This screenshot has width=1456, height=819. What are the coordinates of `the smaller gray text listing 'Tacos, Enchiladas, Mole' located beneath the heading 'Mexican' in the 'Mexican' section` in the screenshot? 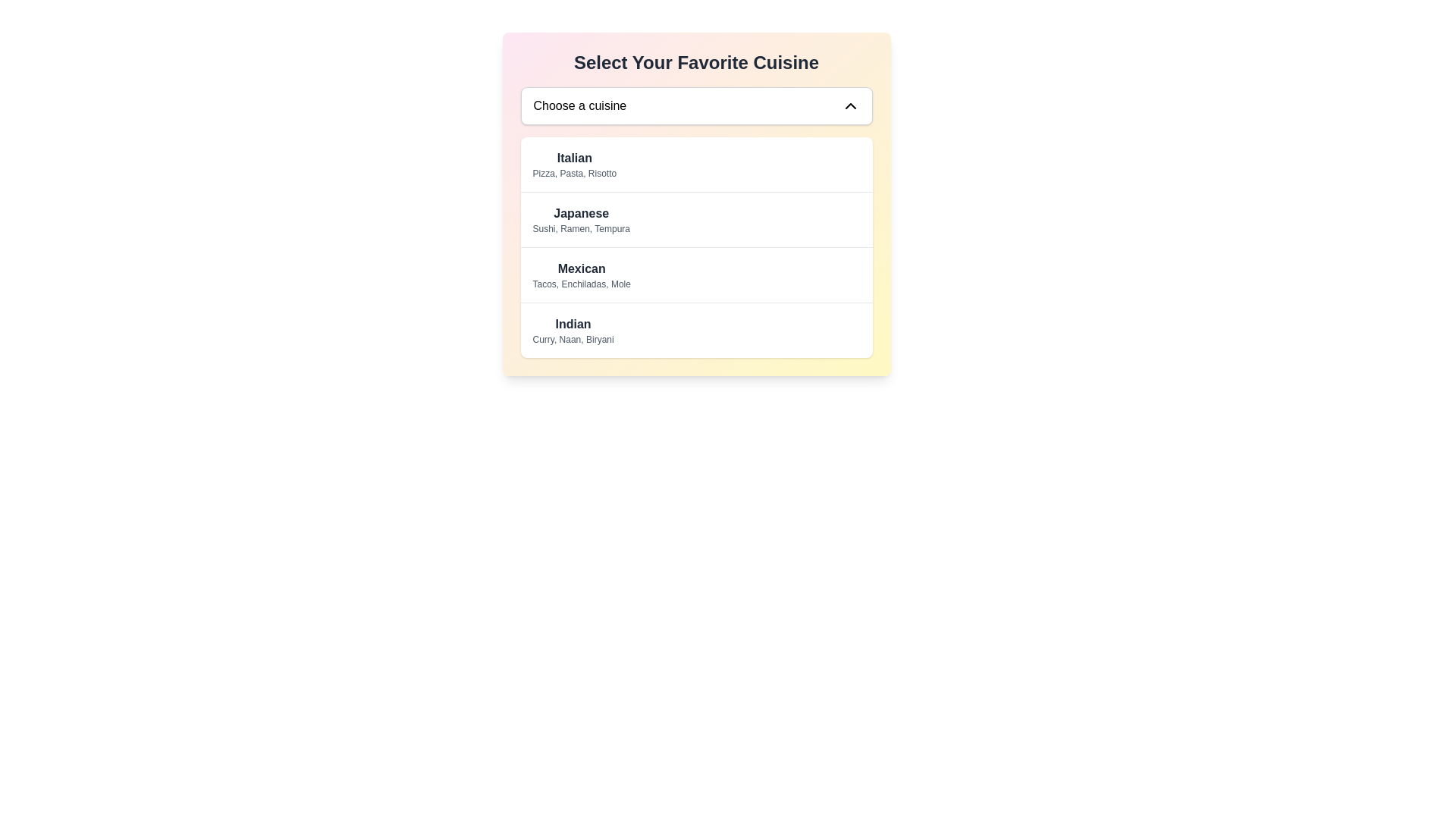 It's located at (581, 284).